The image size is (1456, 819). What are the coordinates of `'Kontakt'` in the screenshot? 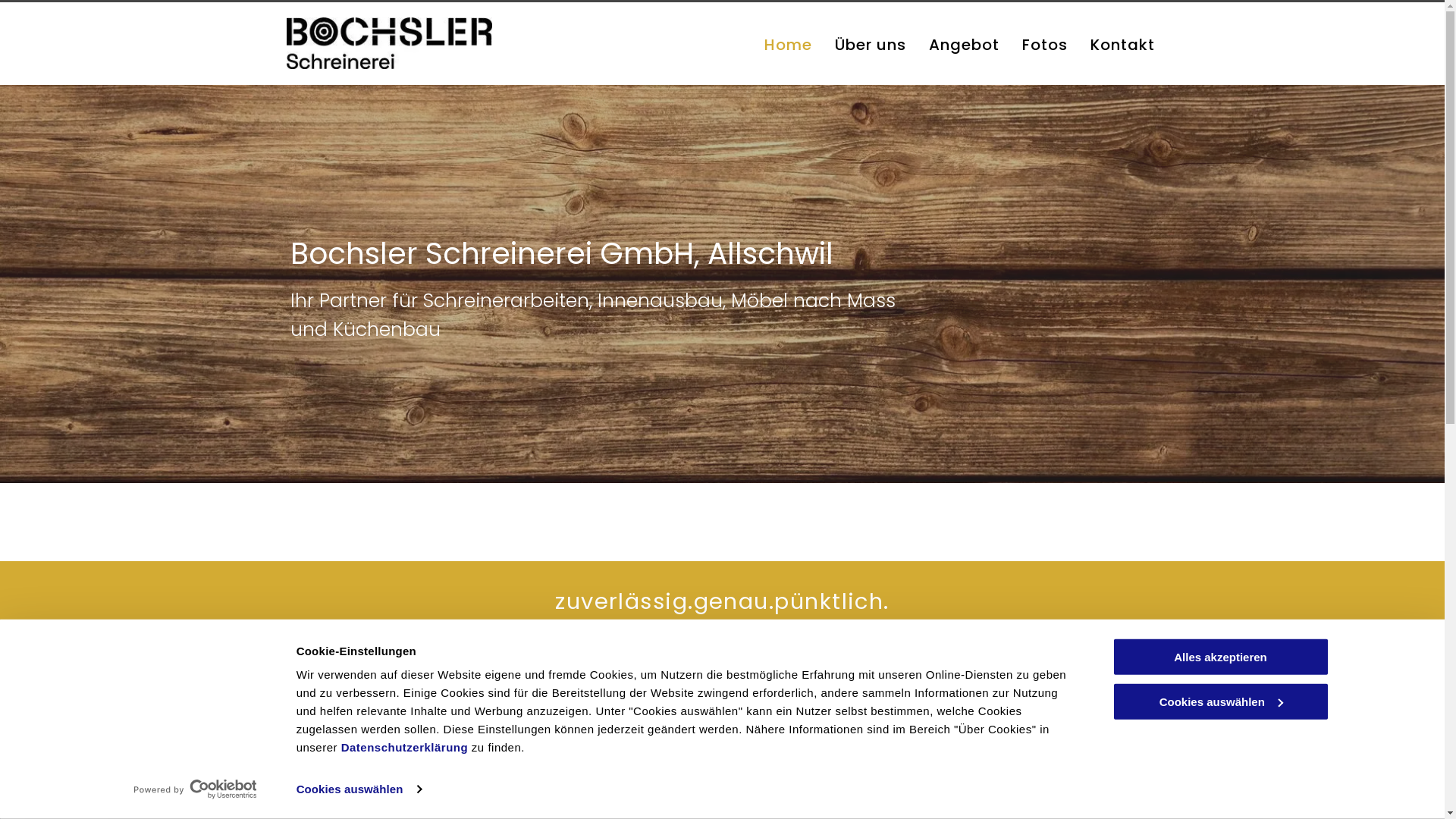 It's located at (1122, 43).